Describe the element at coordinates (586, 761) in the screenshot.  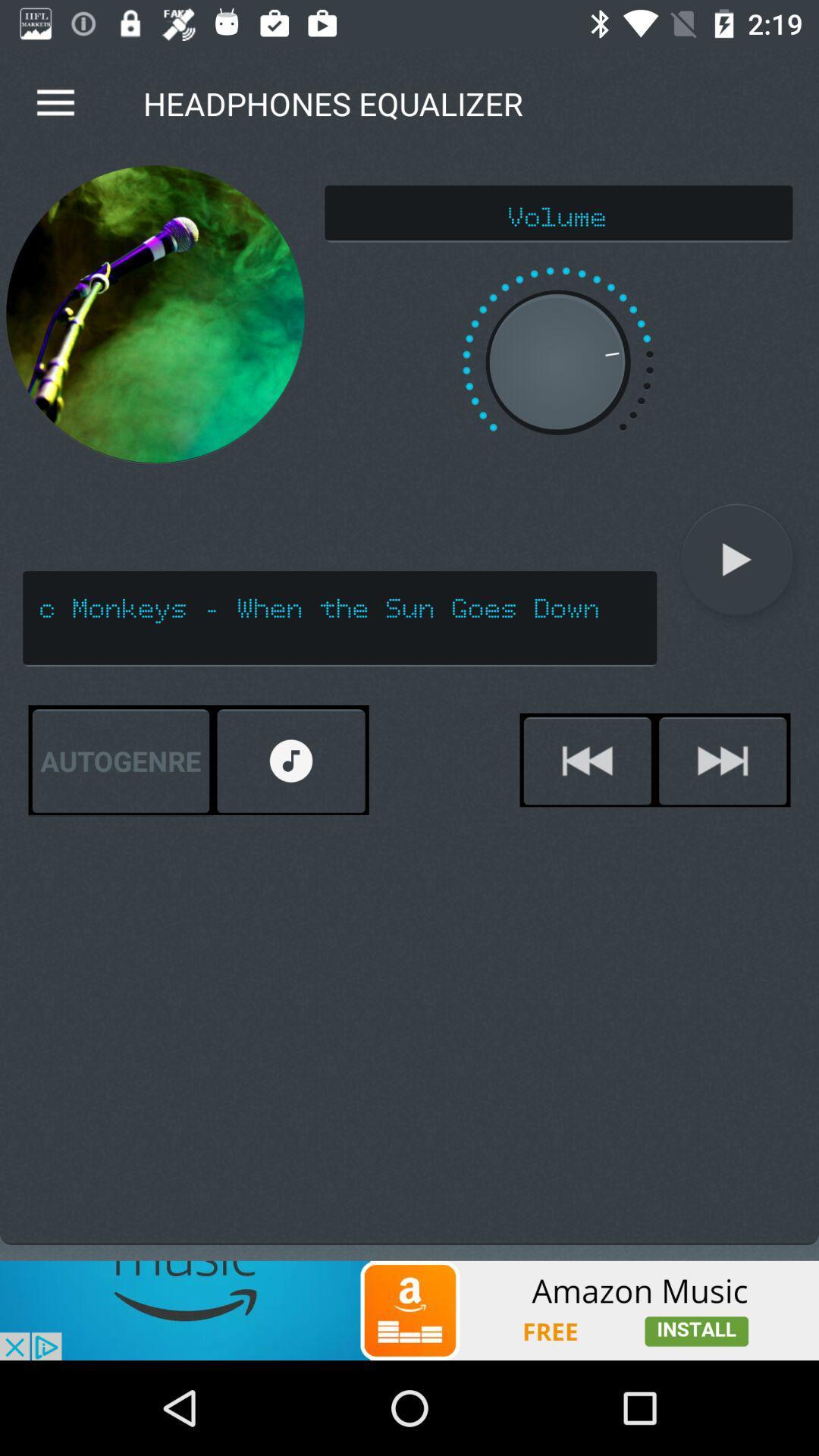
I see `icon below the arctic monkeys when item` at that location.